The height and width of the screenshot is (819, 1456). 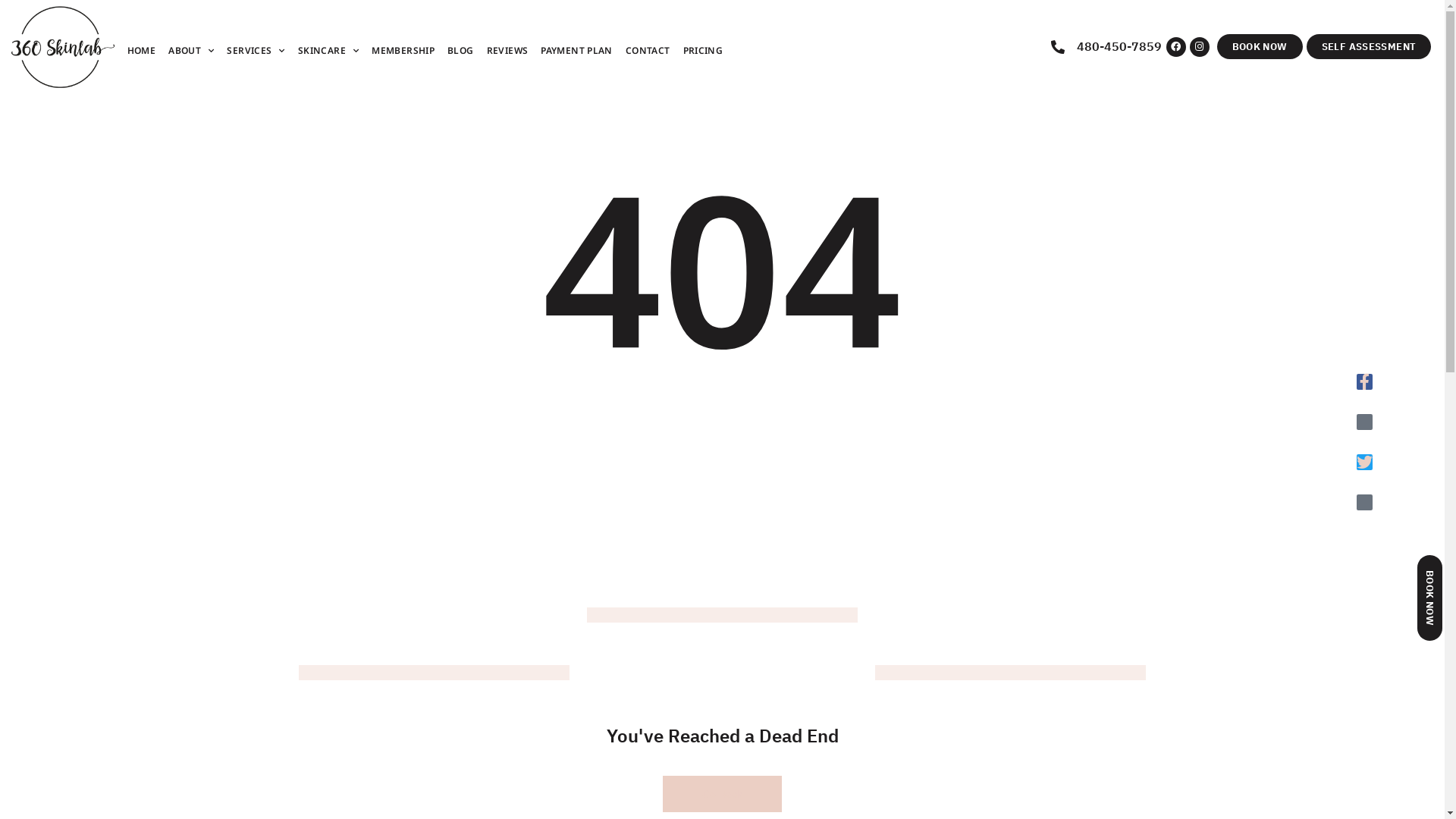 I want to click on 'PAYMENT PLAN', so click(x=539, y=49).